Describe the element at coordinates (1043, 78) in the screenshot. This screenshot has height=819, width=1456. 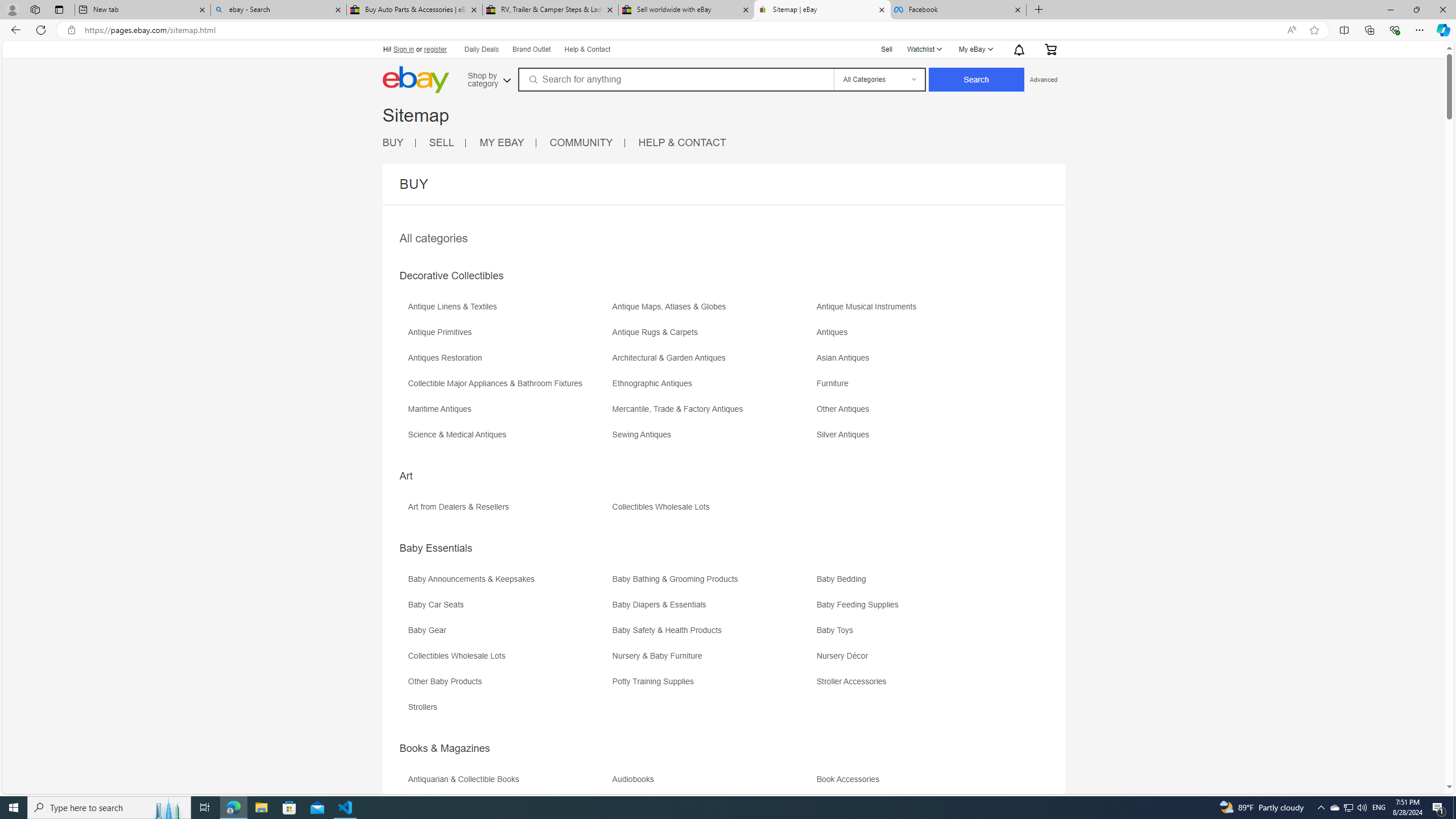
I see `'Advanced Search'` at that location.